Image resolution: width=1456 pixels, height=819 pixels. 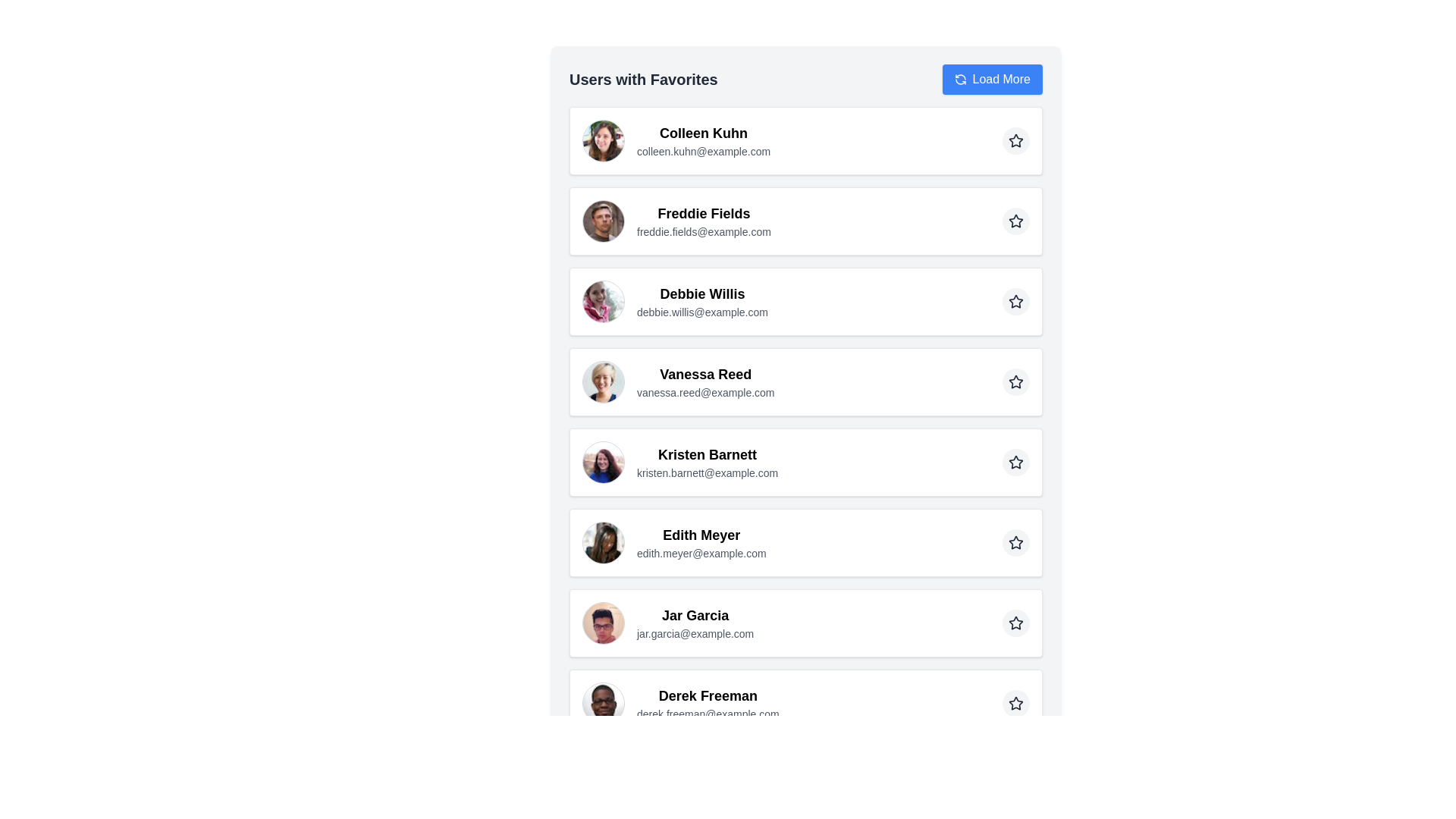 I want to click on the star-shaped icon button for marking Vanessa Reed as a favorite, so click(x=1015, y=381).